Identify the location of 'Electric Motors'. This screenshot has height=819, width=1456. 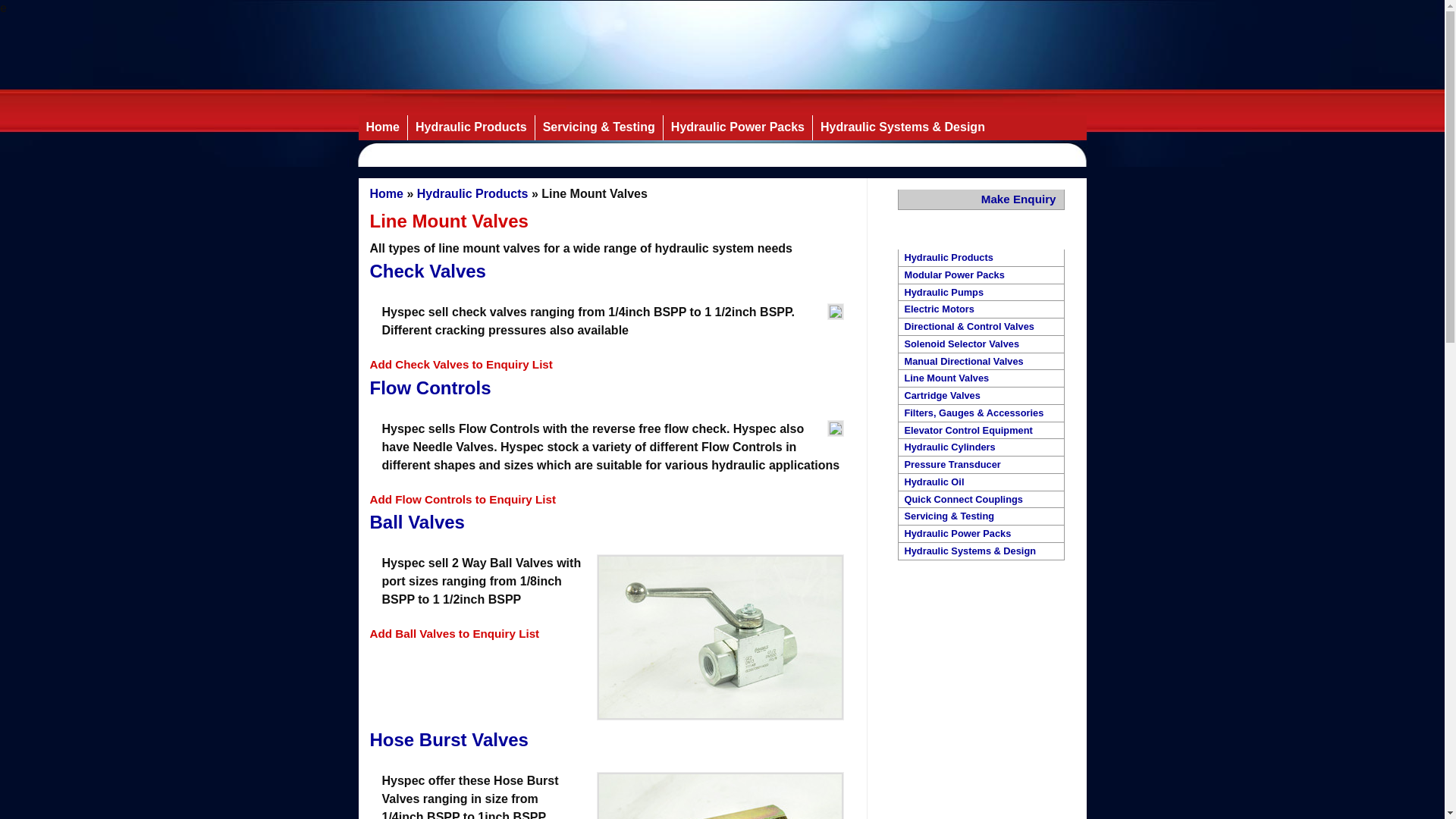
(980, 309).